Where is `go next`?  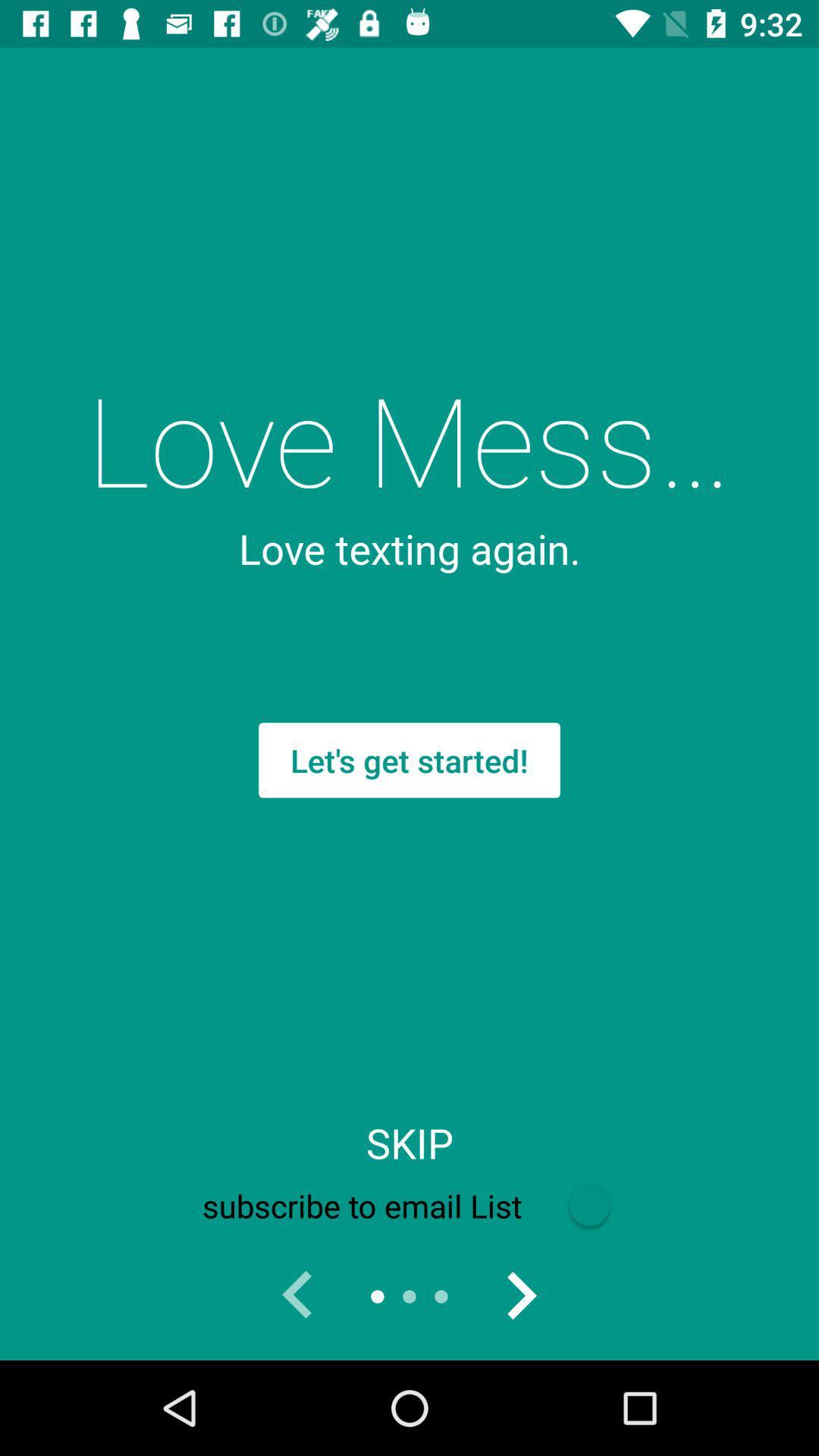
go next is located at coordinates (519, 1295).